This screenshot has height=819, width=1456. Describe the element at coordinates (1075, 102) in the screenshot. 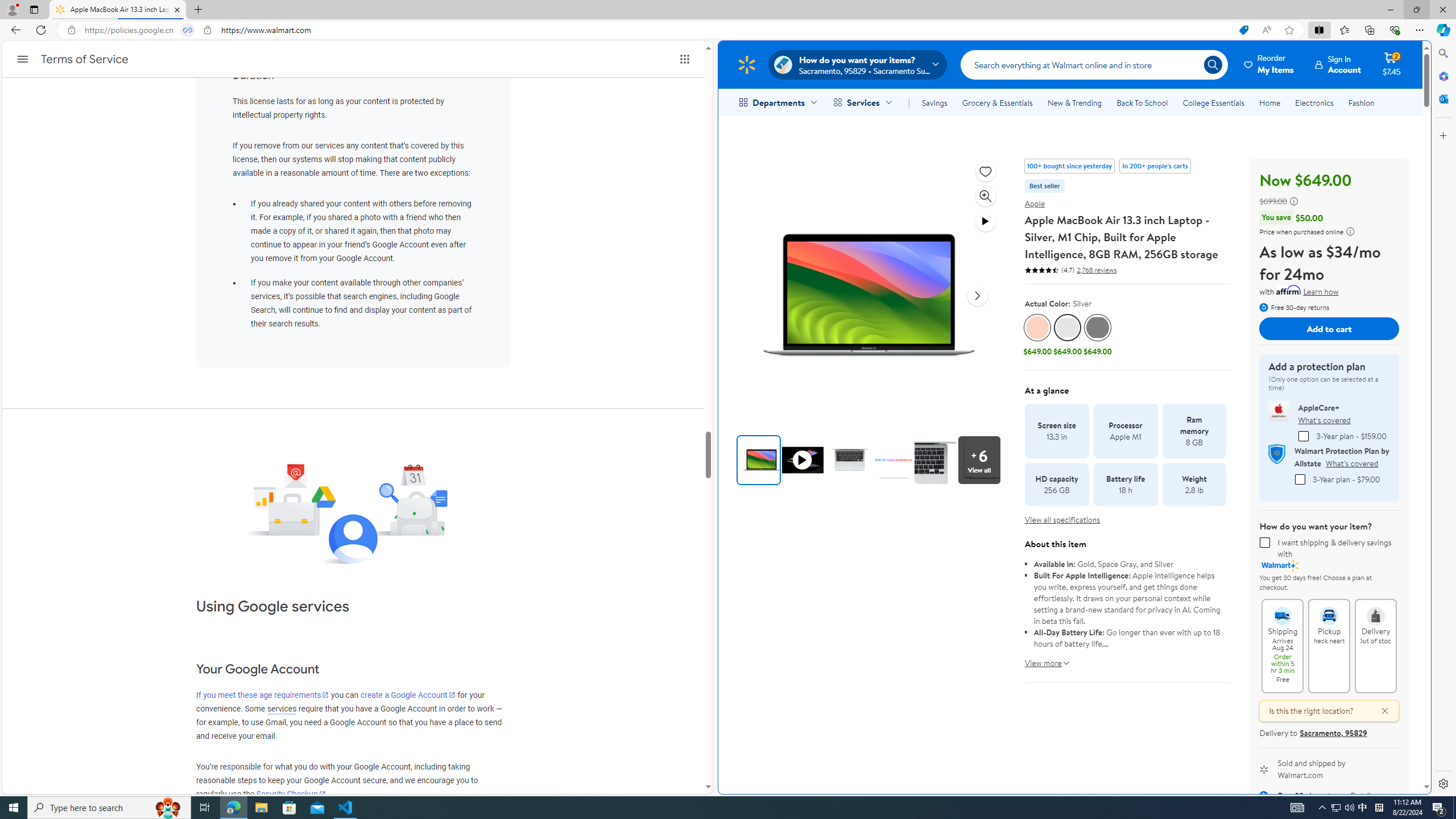

I see `'New & Trending'` at that location.